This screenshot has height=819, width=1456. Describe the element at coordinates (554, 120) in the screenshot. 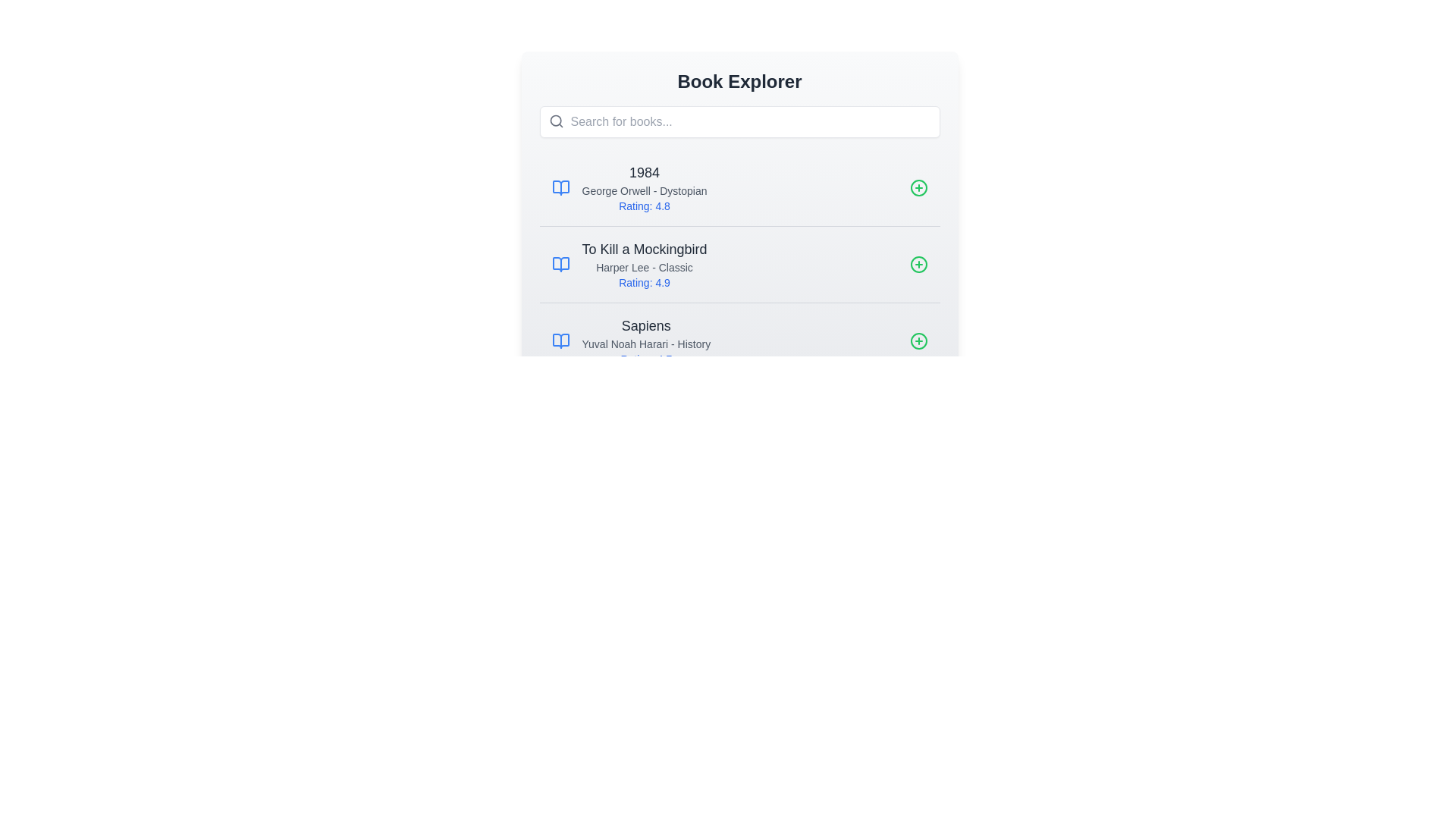

I see `the graphical element representing the lens of the magnifying glass in the search bar, located in the top-left corner of the main content area` at that location.